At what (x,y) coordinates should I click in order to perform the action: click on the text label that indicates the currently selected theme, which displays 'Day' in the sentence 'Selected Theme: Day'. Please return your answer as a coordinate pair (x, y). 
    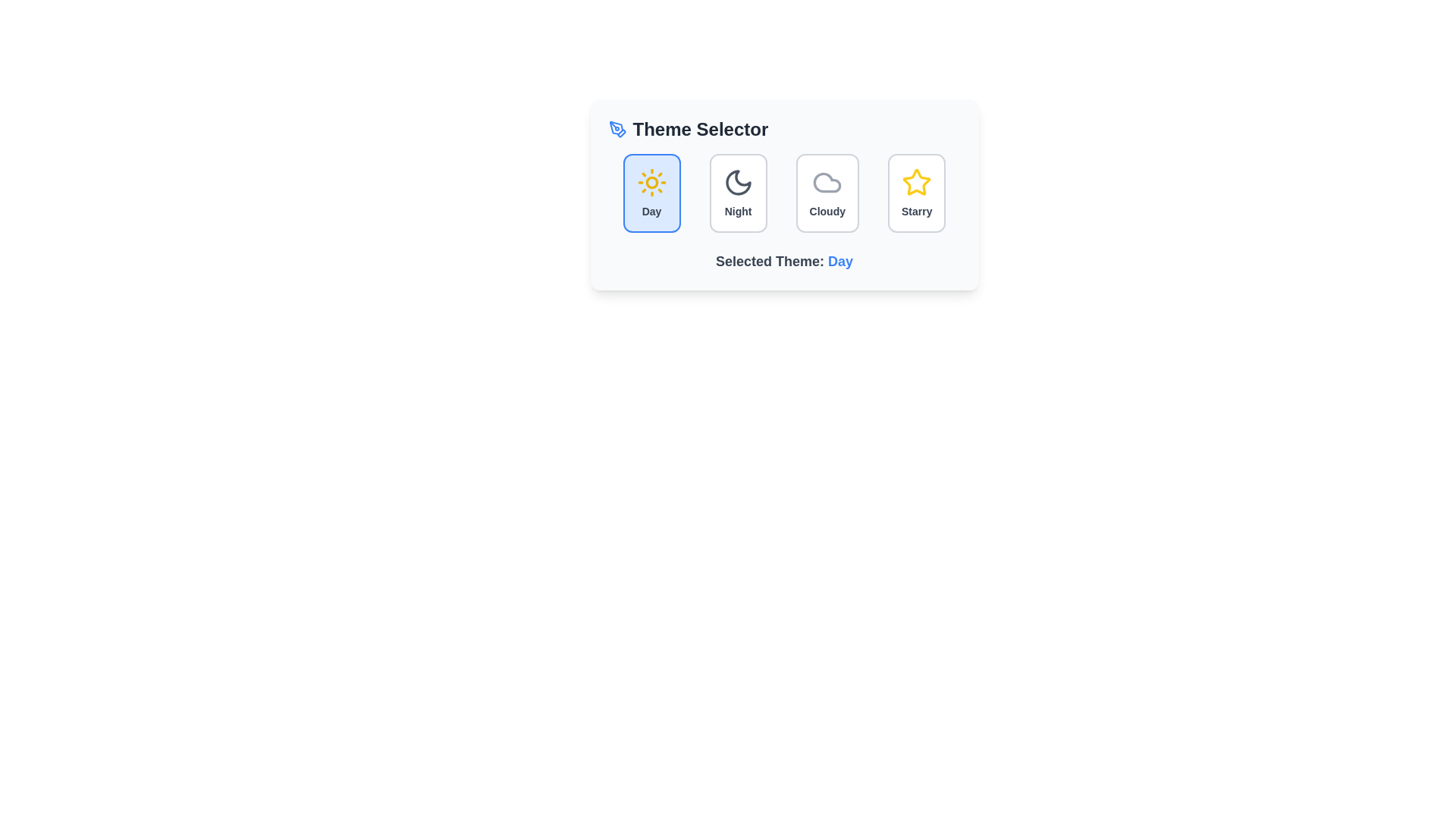
    Looking at the image, I should click on (839, 260).